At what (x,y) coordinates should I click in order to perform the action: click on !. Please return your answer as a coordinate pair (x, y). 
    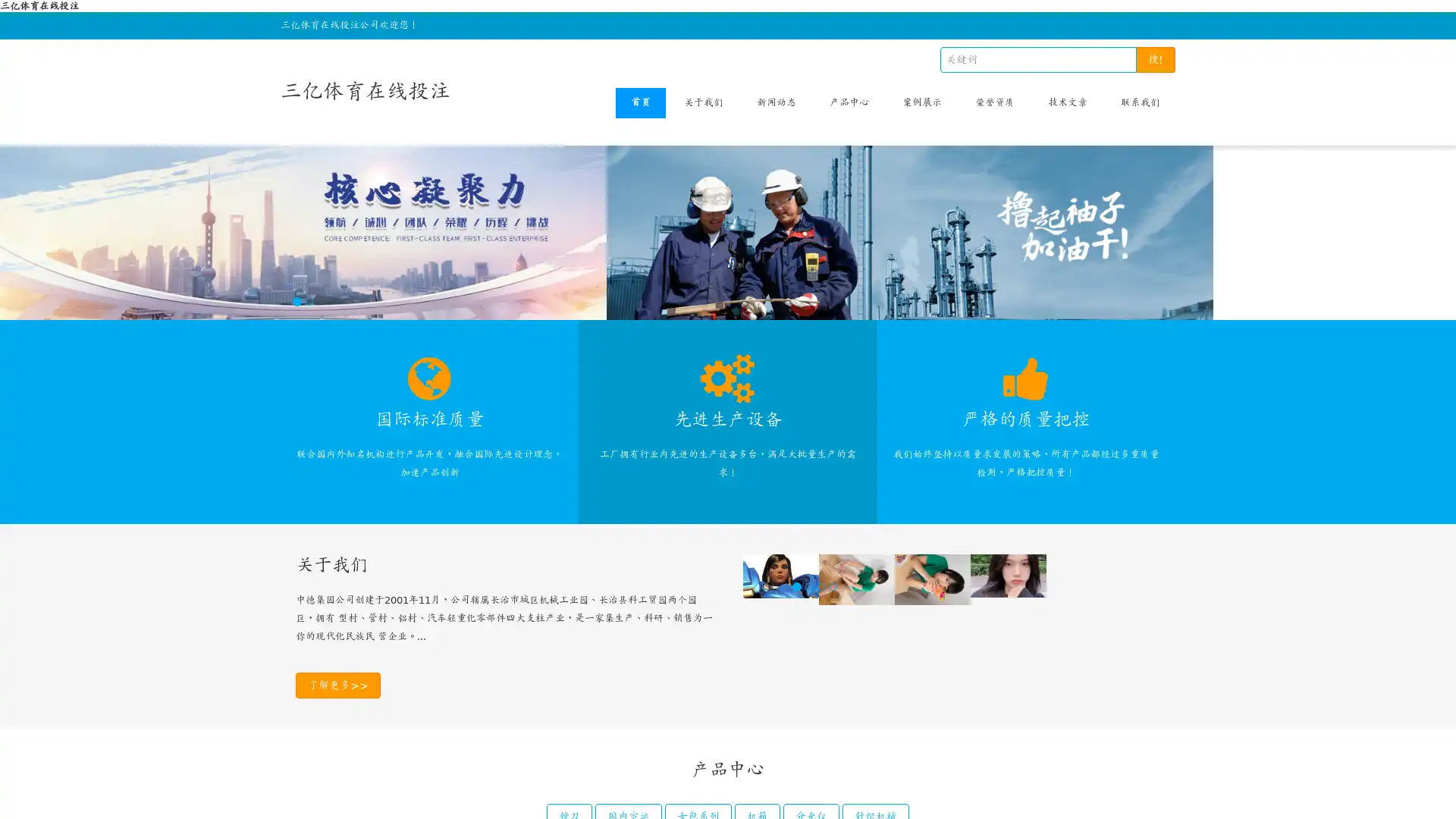
    Looking at the image, I should click on (1155, 58).